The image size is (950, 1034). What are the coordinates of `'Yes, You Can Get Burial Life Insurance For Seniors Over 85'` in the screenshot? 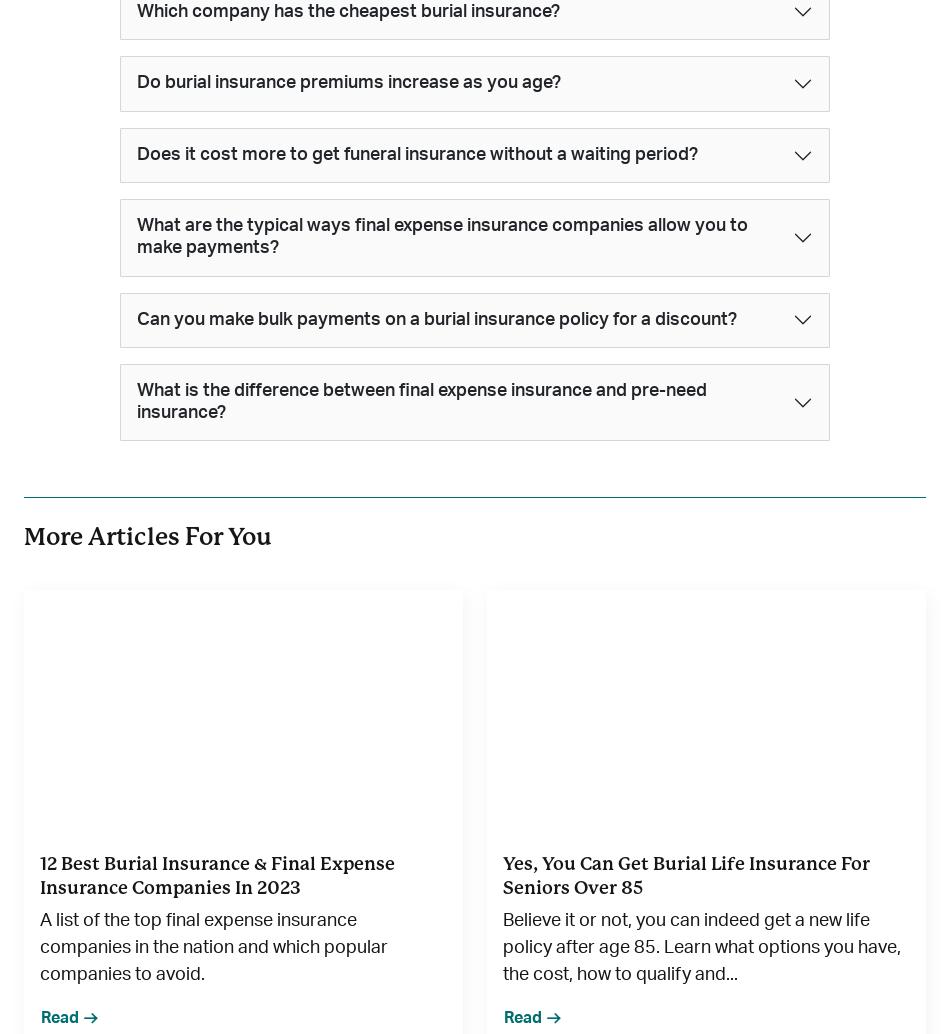 It's located at (503, 874).